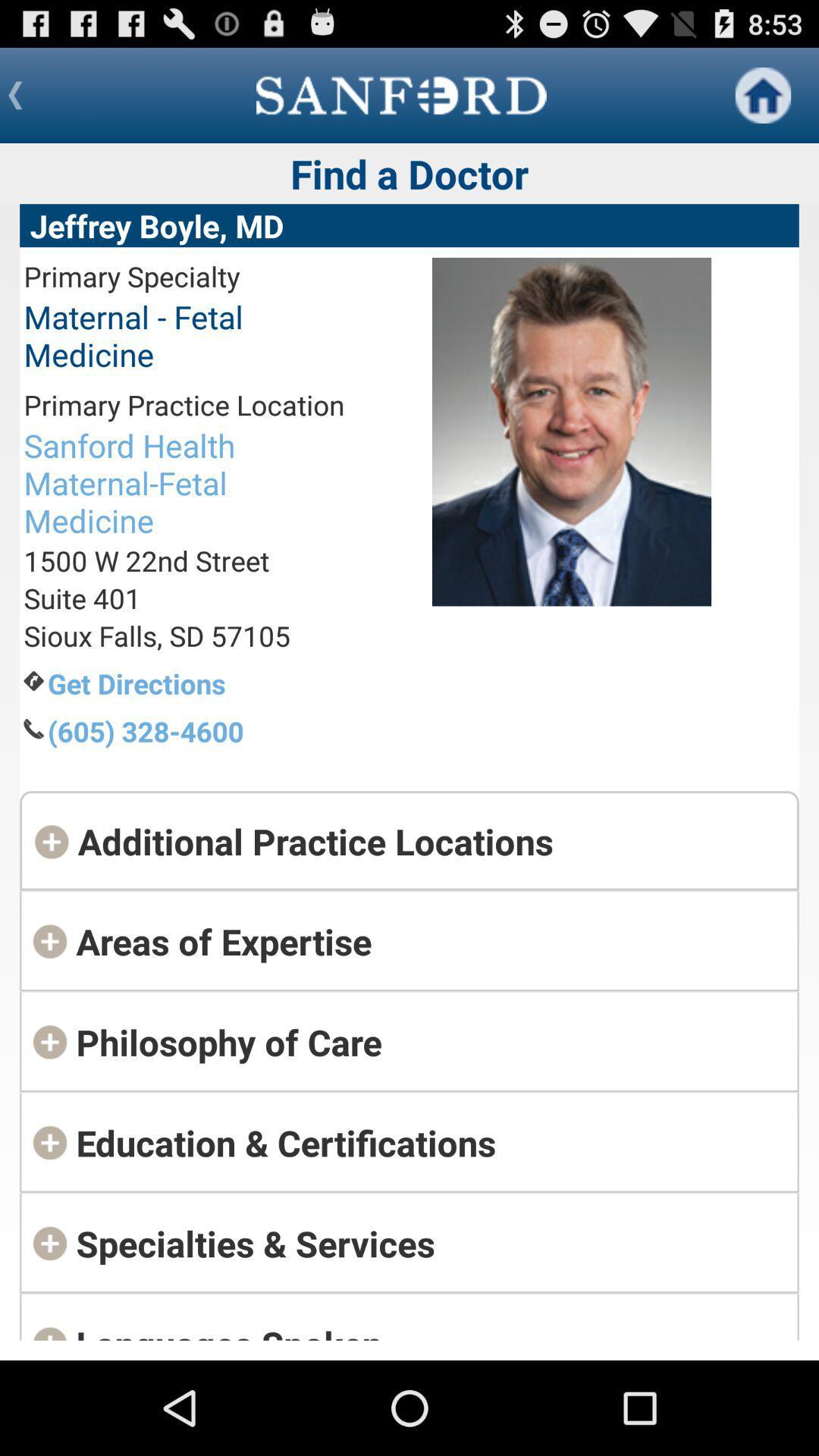 Image resolution: width=819 pixels, height=1456 pixels. Describe the element at coordinates (184, 482) in the screenshot. I see `the sanford health maternal` at that location.